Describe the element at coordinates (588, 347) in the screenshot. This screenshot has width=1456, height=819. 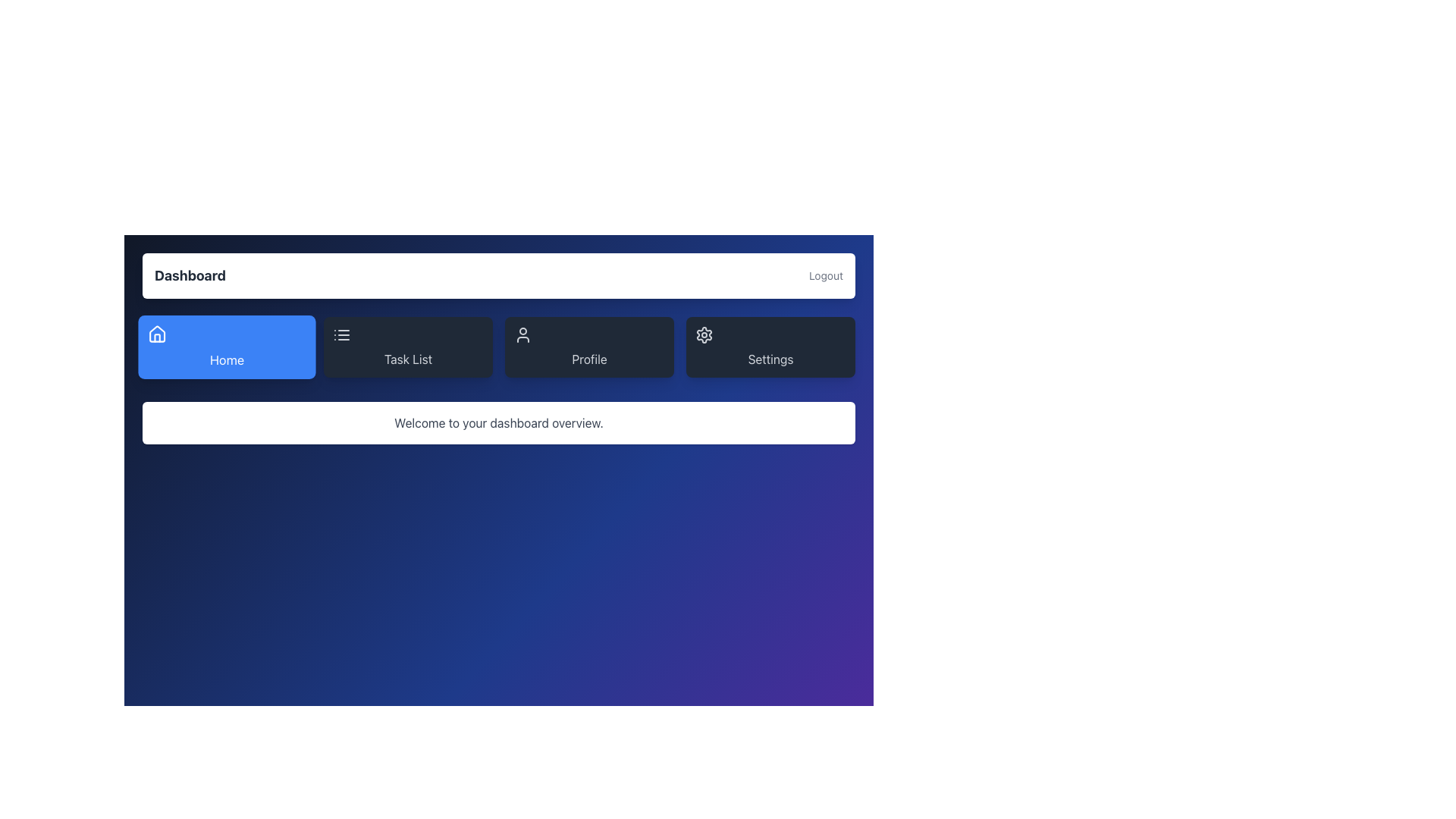
I see `the 'Profile' button, which has a dark gray background and light gray text, to trigger its hover effects` at that location.